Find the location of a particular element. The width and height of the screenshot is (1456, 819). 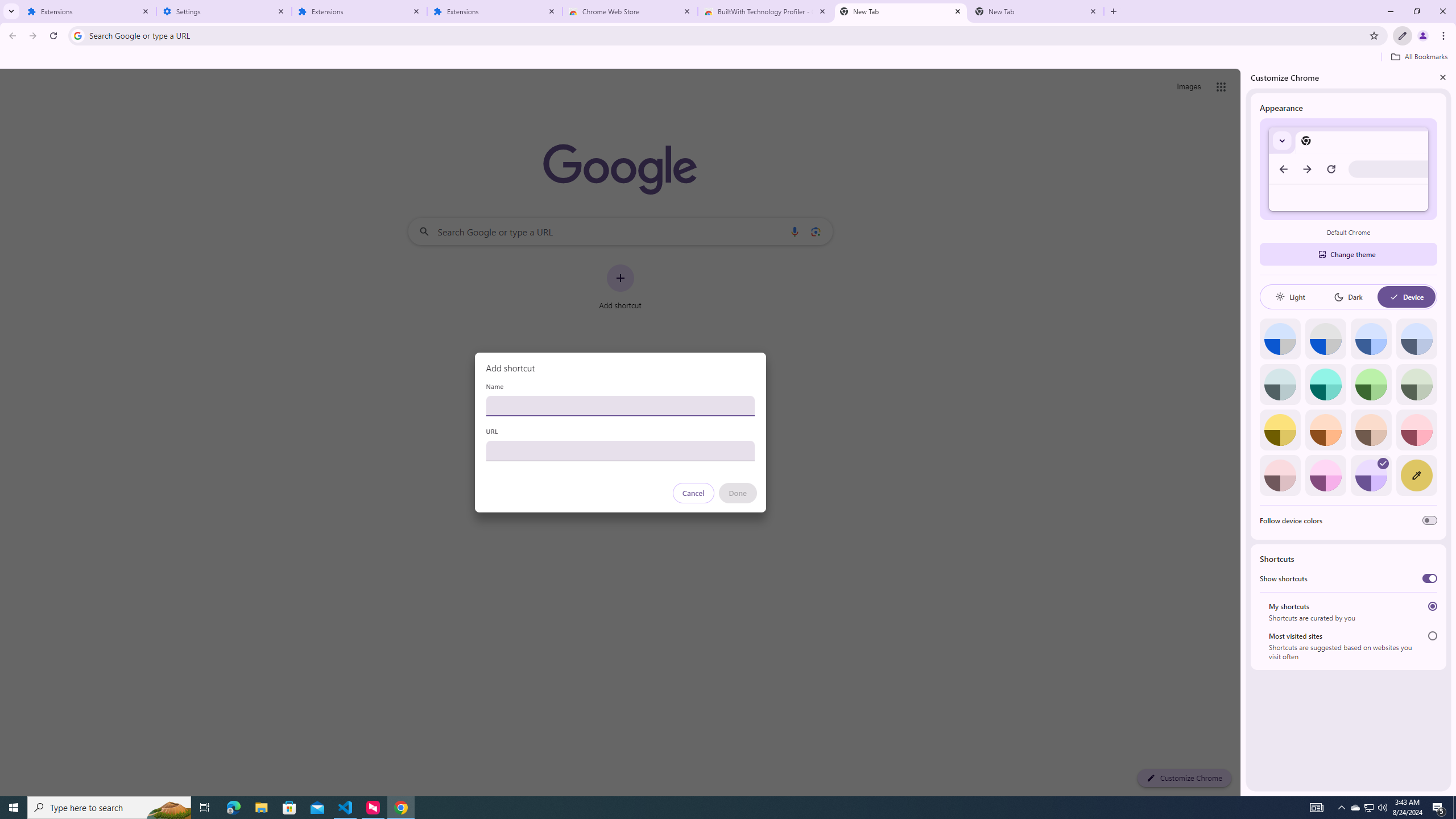

'Name' is located at coordinates (619, 405).